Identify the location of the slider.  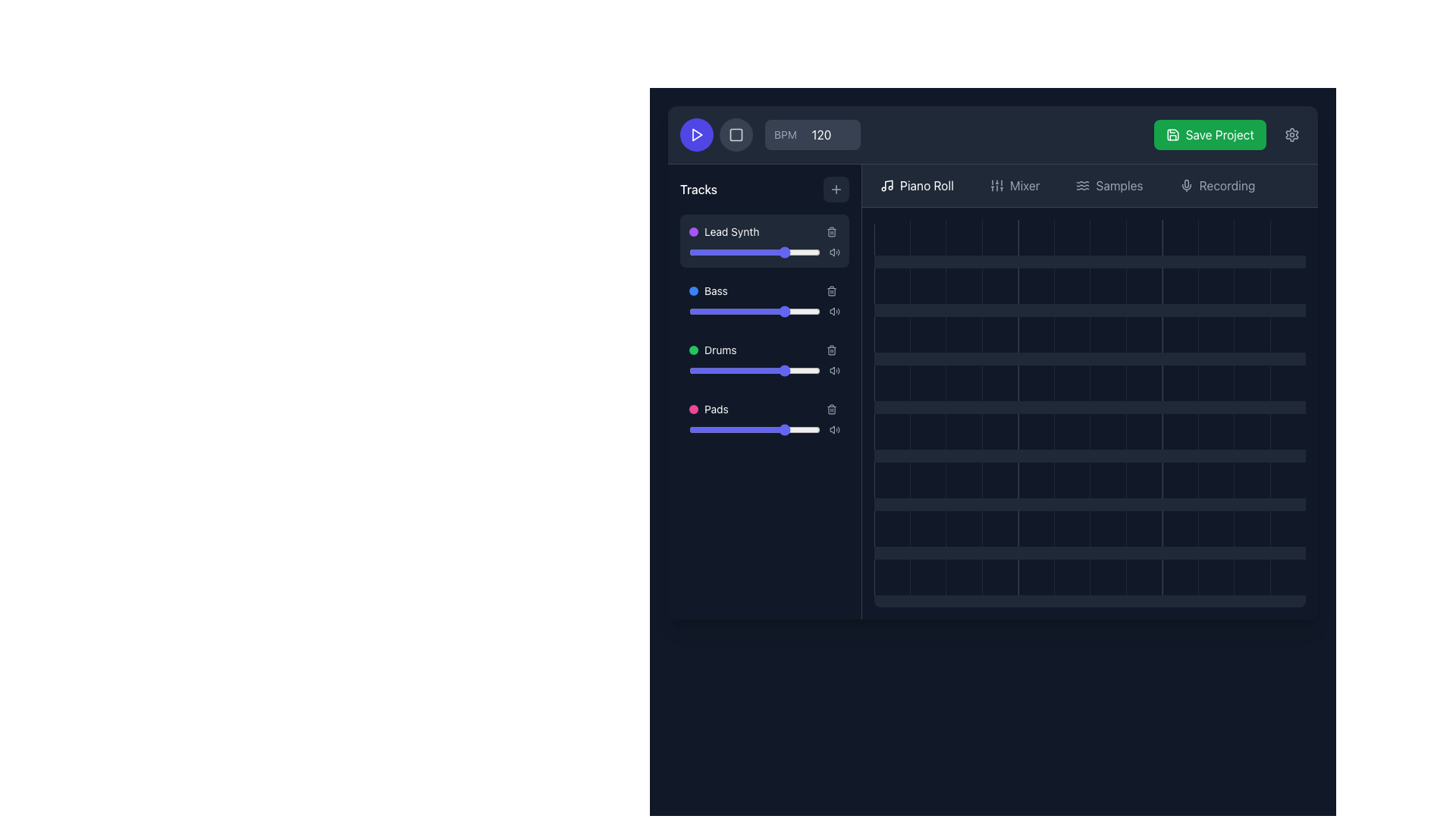
(814, 371).